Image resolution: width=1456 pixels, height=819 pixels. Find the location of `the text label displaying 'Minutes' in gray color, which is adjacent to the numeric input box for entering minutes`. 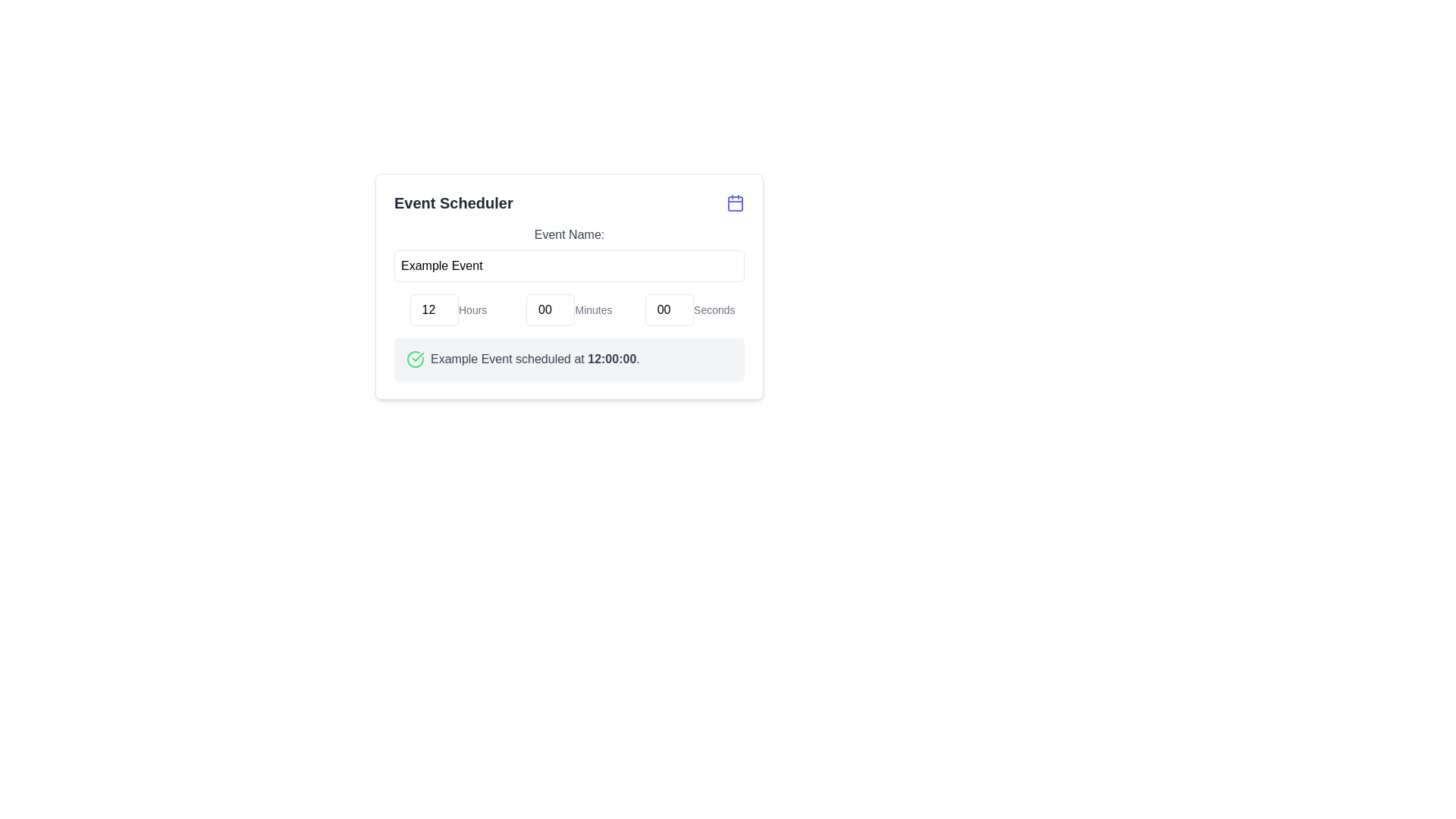

the text label displaying 'Minutes' in gray color, which is adjacent to the numeric input box for entering minutes is located at coordinates (592, 309).